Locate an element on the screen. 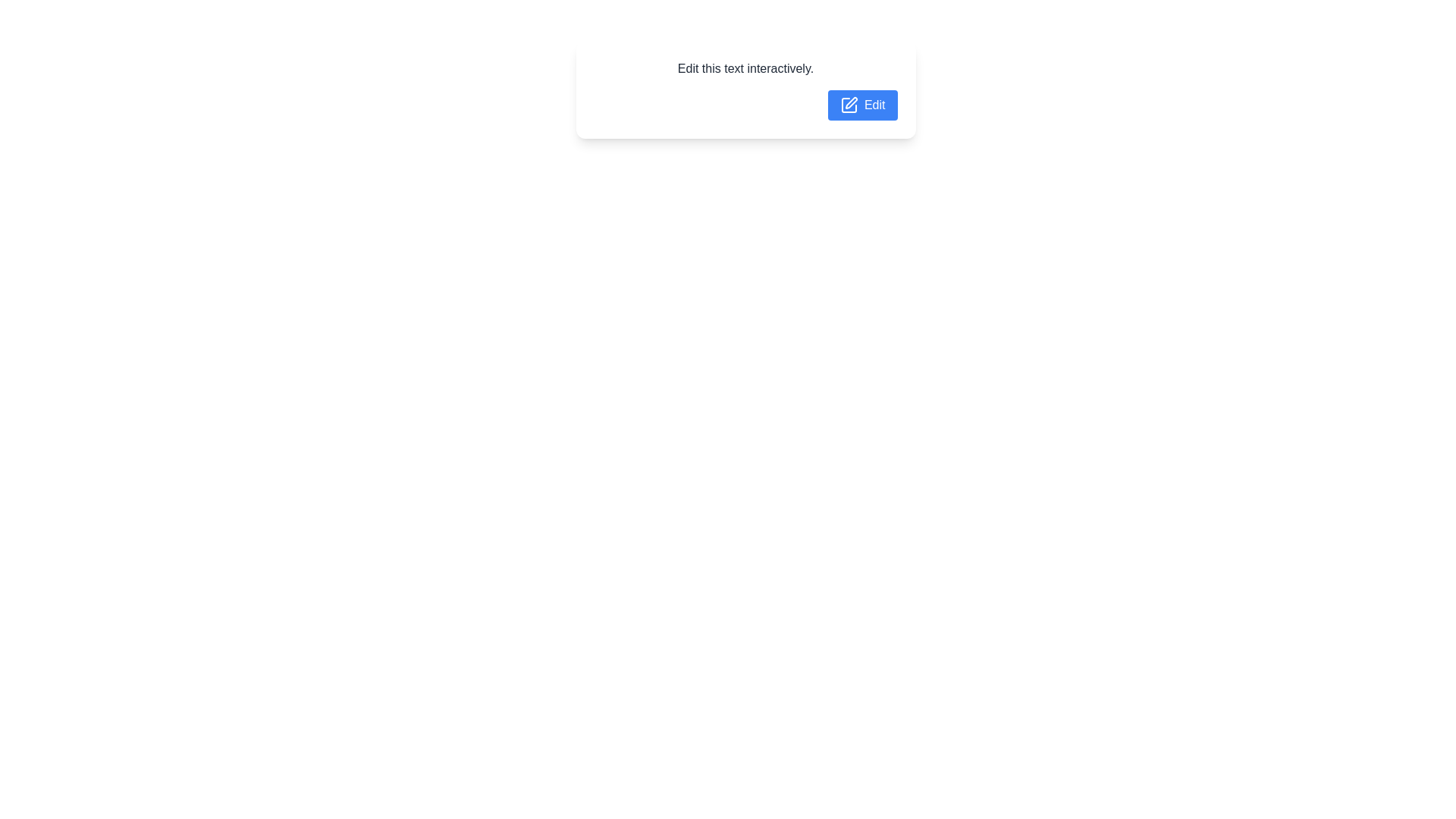 Image resolution: width=1456 pixels, height=819 pixels. the 'Edit' button with a blue background, displaying a white pen icon is located at coordinates (862, 104).